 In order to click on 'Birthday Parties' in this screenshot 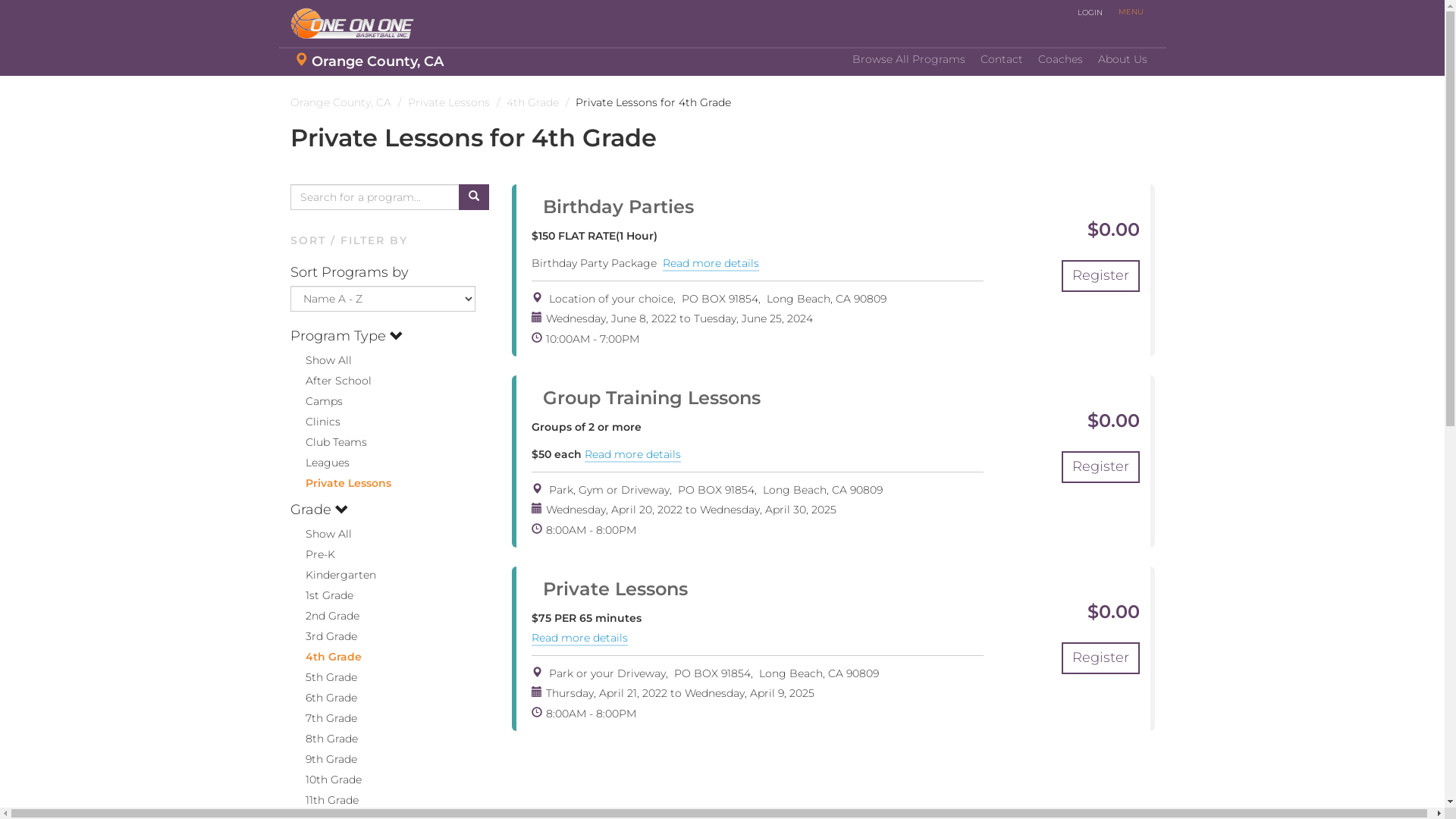, I will do `click(612, 206)`.